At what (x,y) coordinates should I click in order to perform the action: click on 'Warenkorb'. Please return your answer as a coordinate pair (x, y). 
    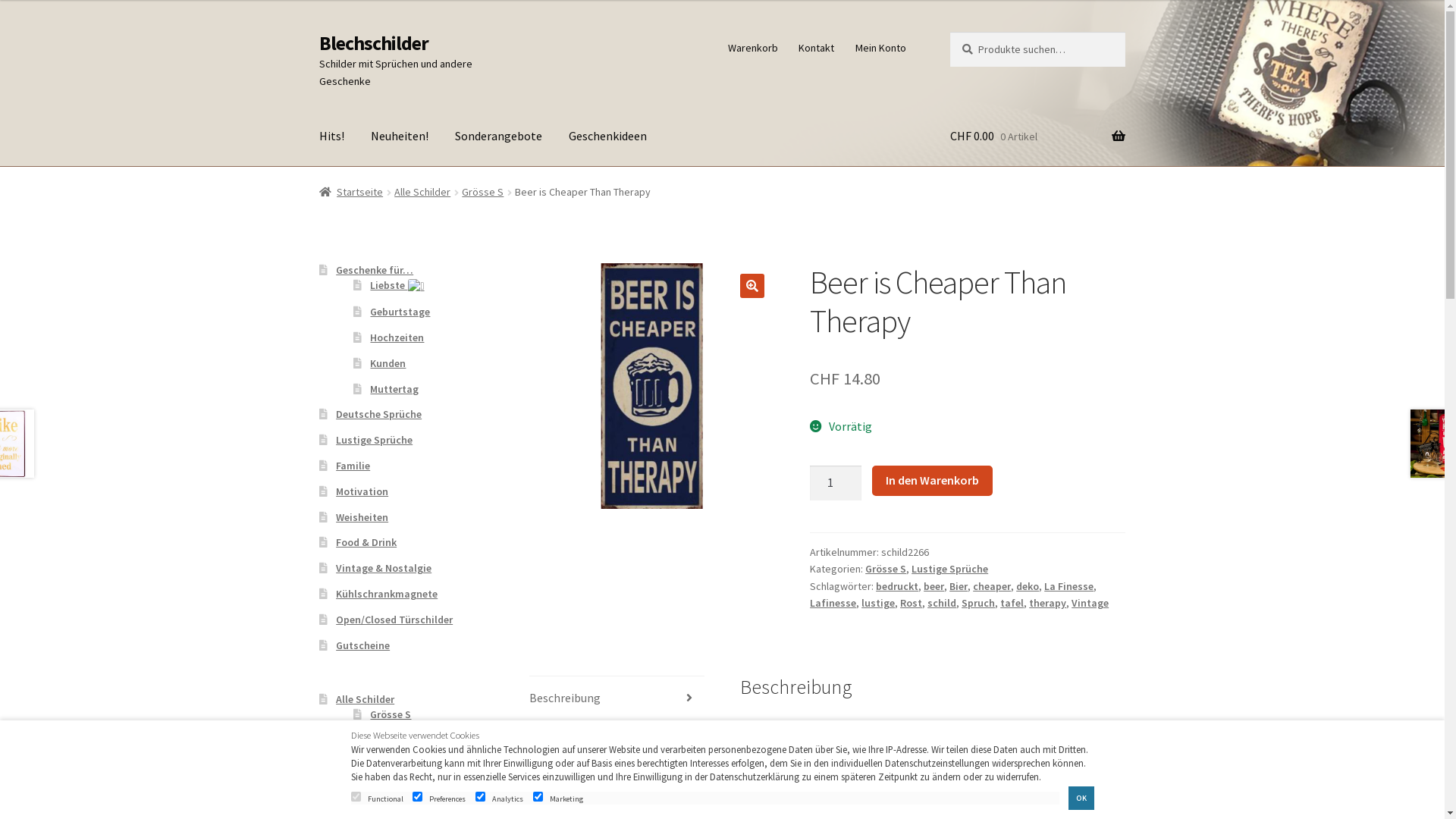
    Looking at the image, I should click on (752, 46).